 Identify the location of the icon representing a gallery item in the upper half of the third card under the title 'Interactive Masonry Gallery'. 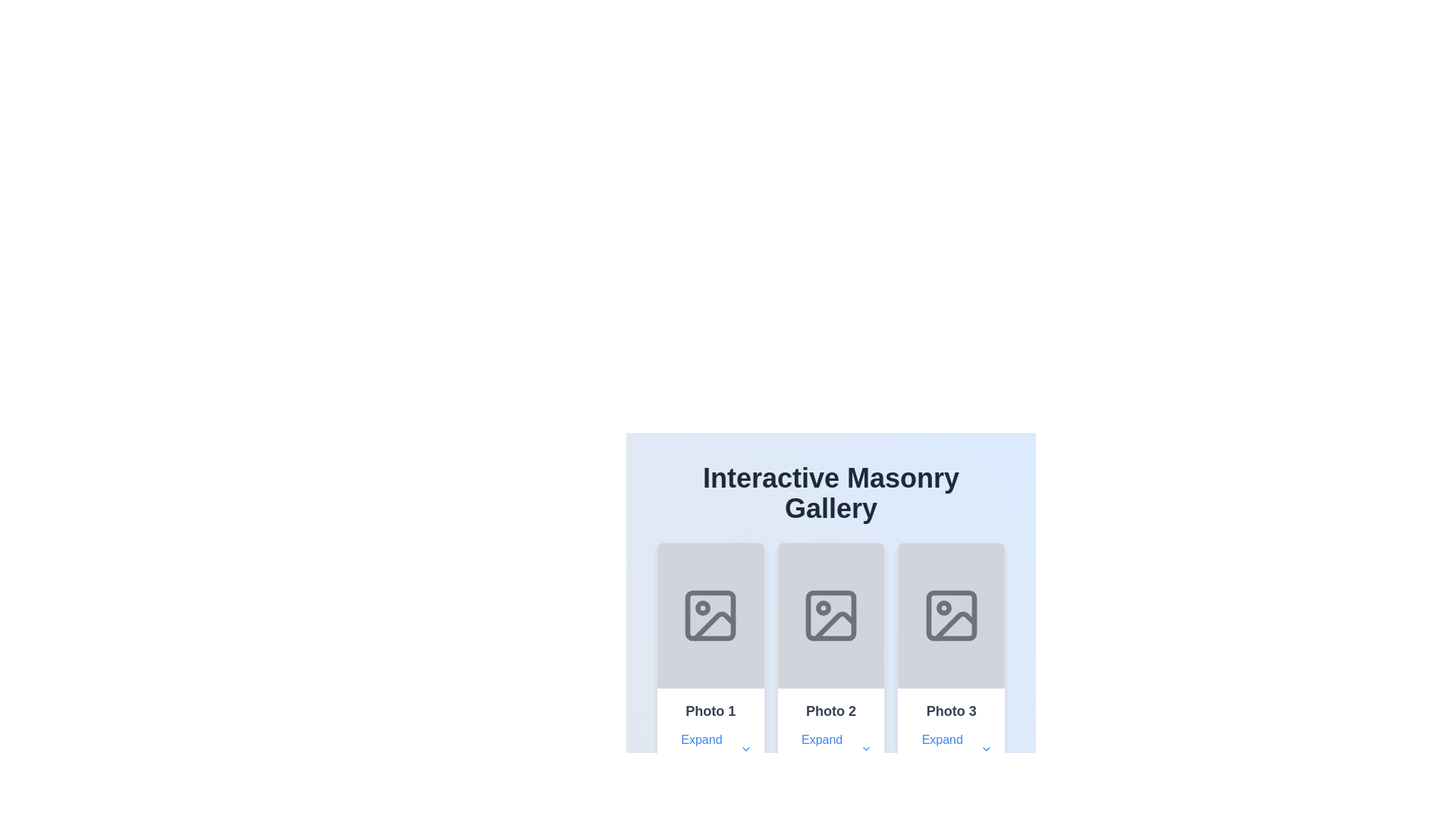
(950, 616).